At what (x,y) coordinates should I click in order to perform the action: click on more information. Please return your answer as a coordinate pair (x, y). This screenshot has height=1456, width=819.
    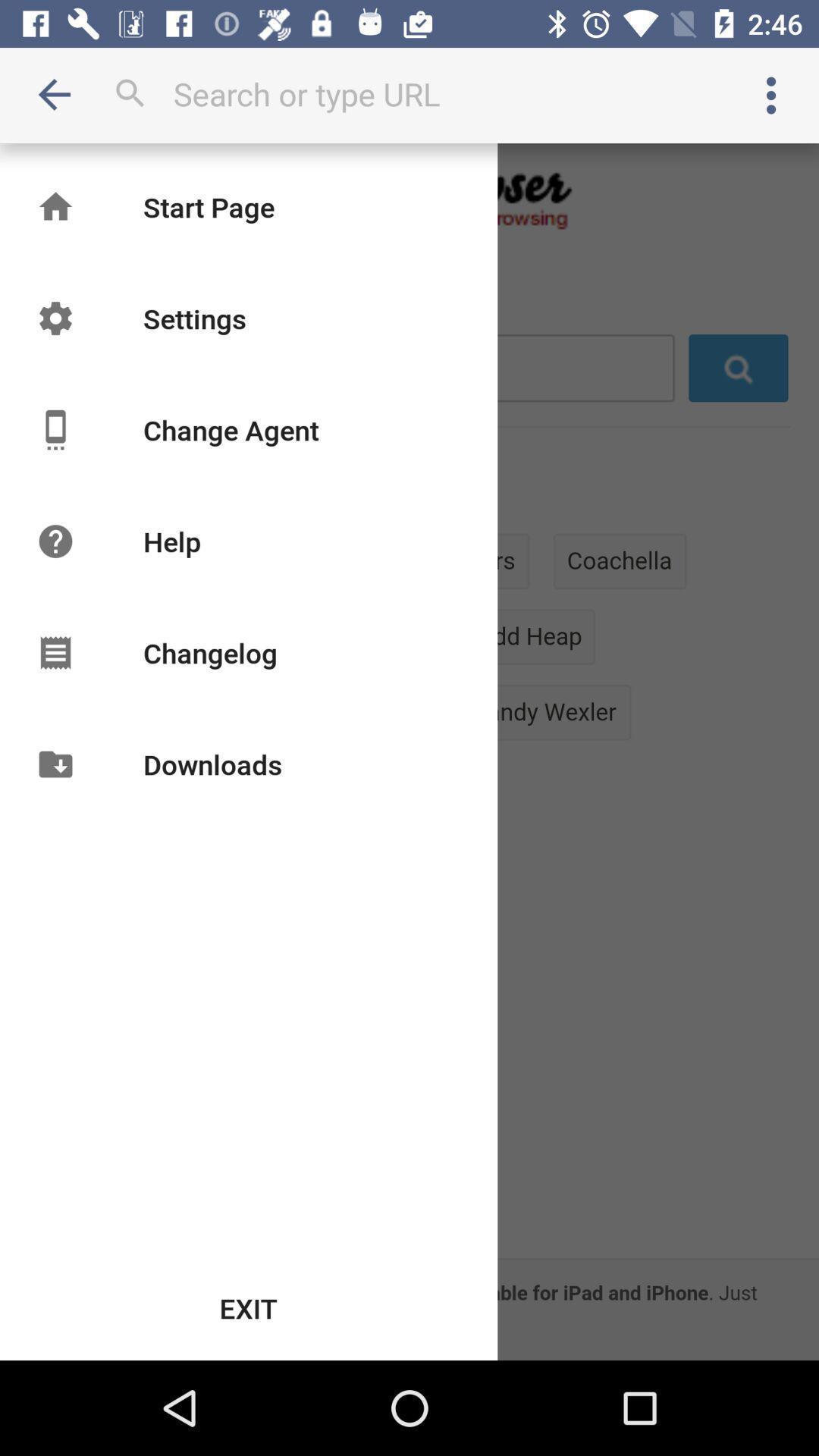
    Looking at the image, I should click on (771, 94).